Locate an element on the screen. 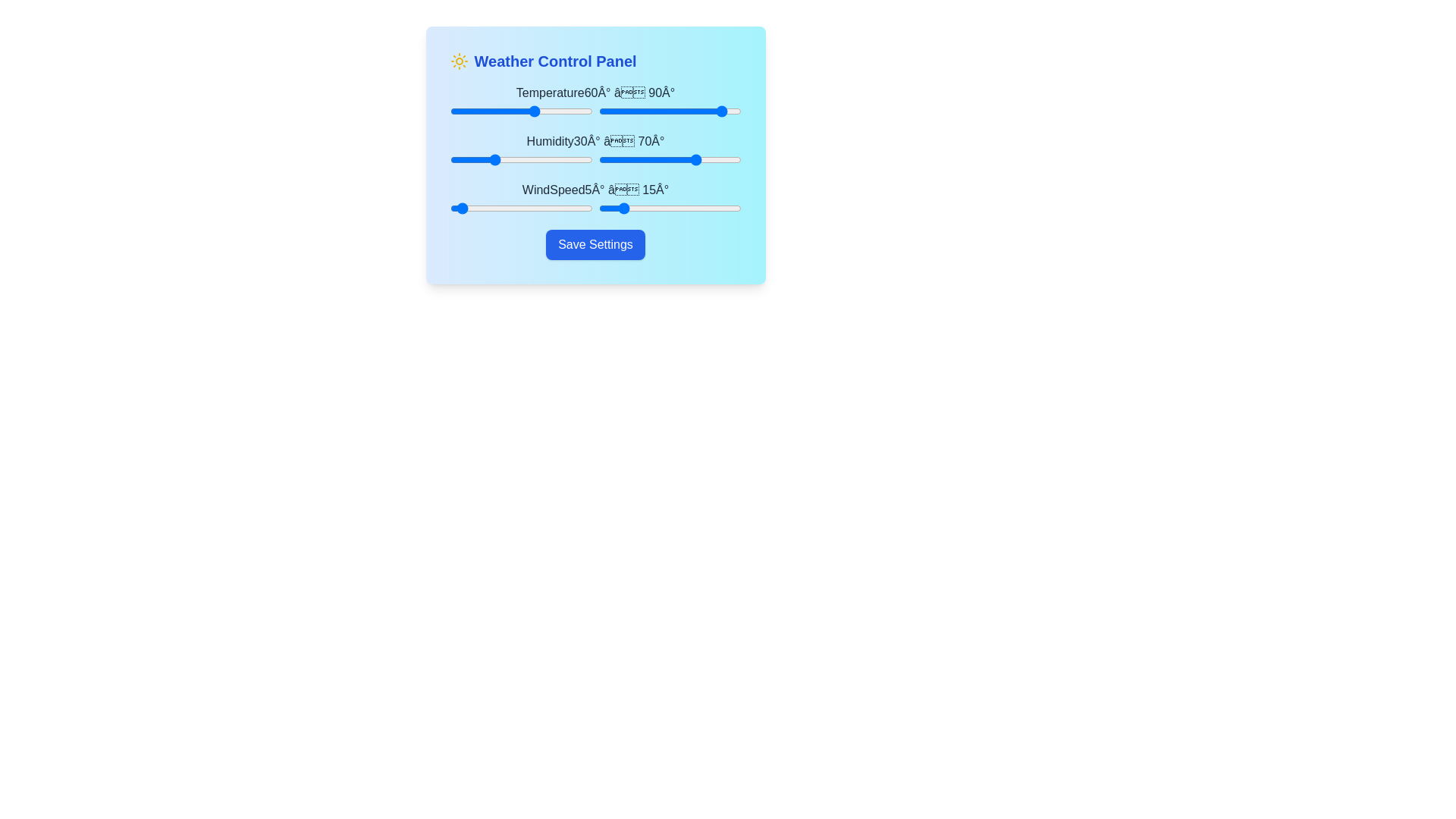 The width and height of the screenshot is (1456, 819). the icon next to the title to display additional information is located at coordinates (458, 61).